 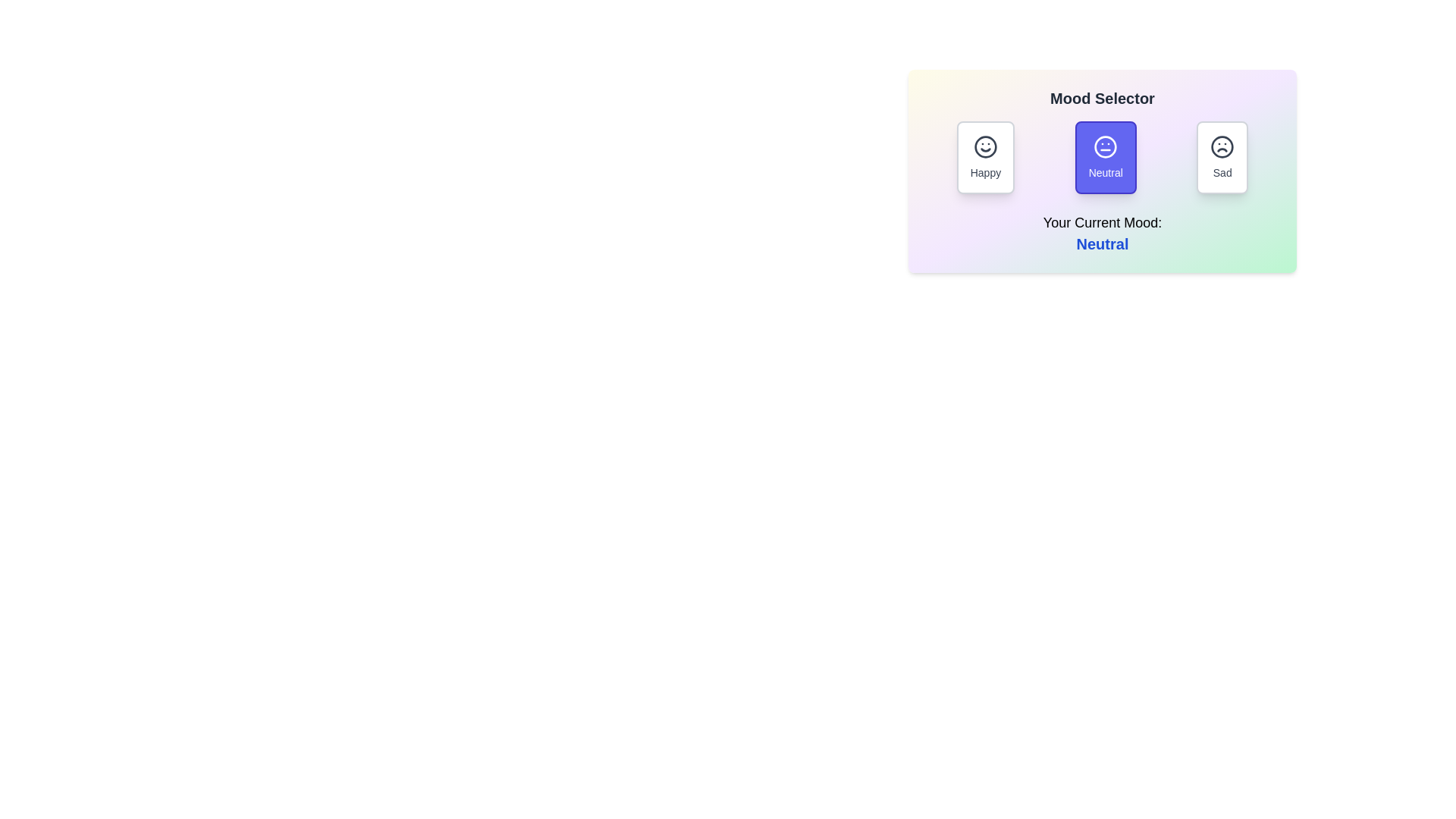 I want to click on the circular vector graphic component representing a sad mood icon, which is the rightmost icon in the Mood Selector series, so click(x=1222, y=146).